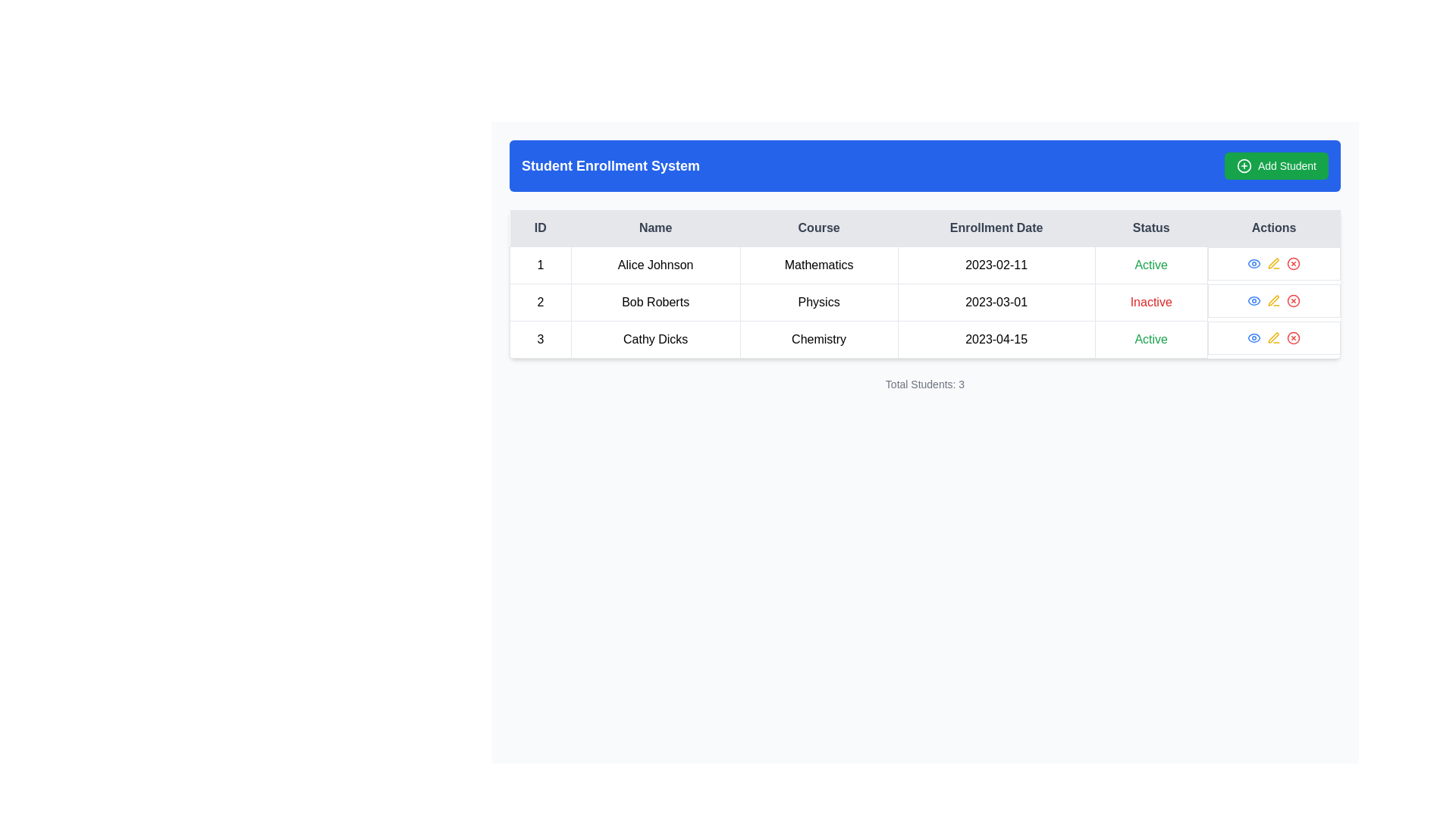  Describe the element at coordinates (924, 302) in the screenshot. I see `text content of the data row displaying the record details of the student named 'Bob Roberts' in the second row of the table` at that location.